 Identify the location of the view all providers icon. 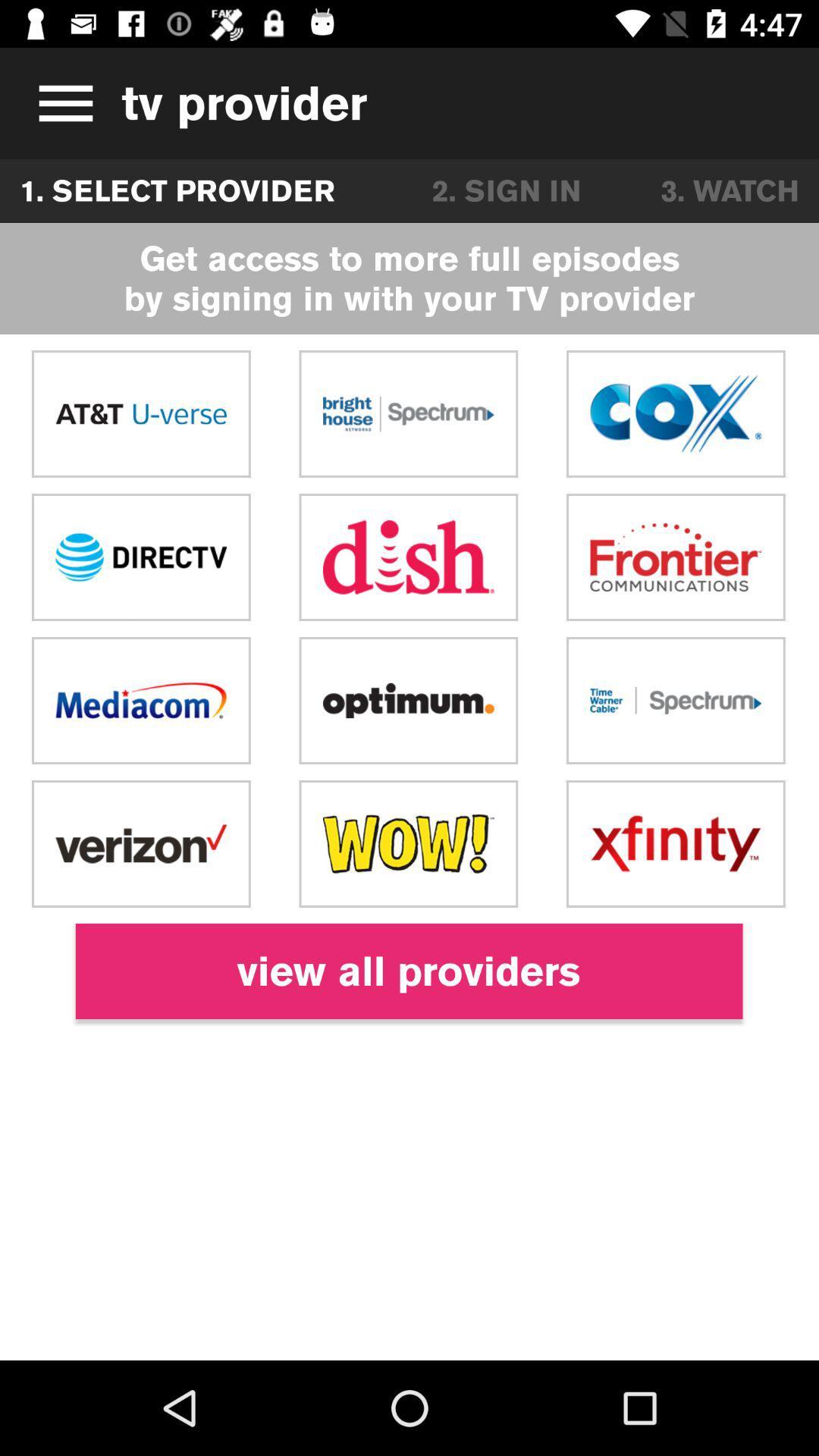
(408, 971).